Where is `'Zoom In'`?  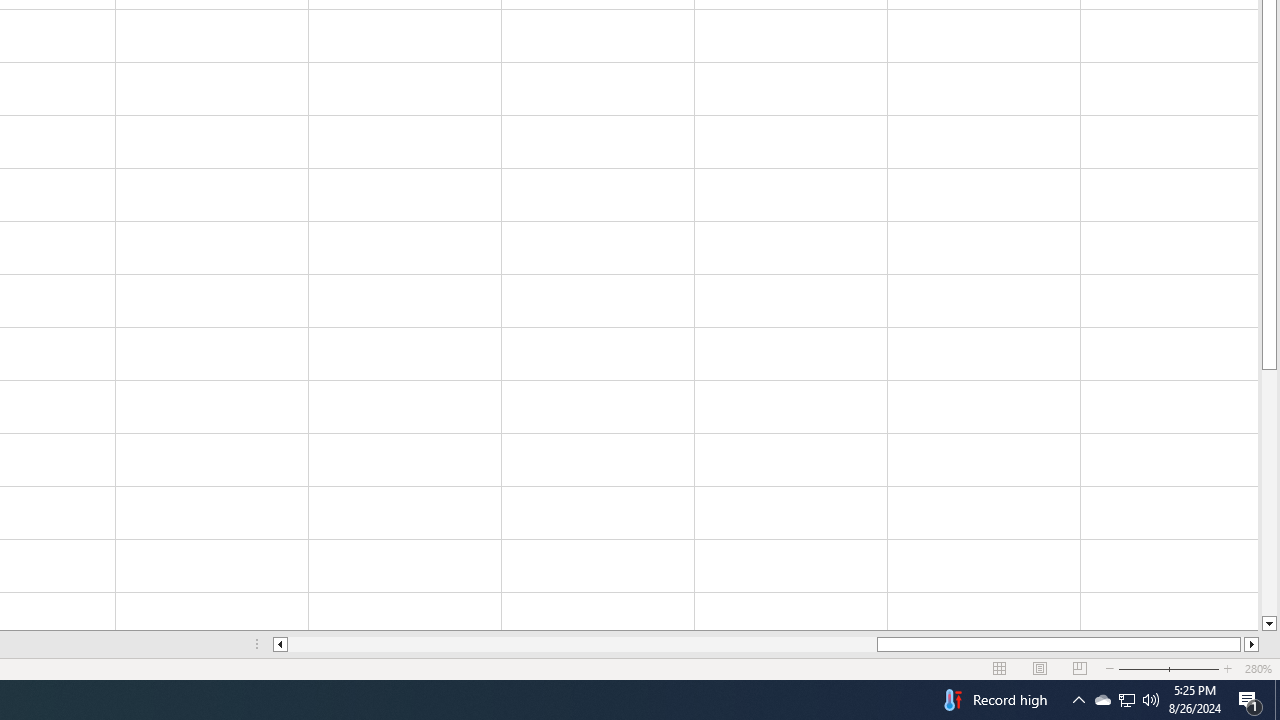
'Zoom In' is located at coordinates (1226, 669).